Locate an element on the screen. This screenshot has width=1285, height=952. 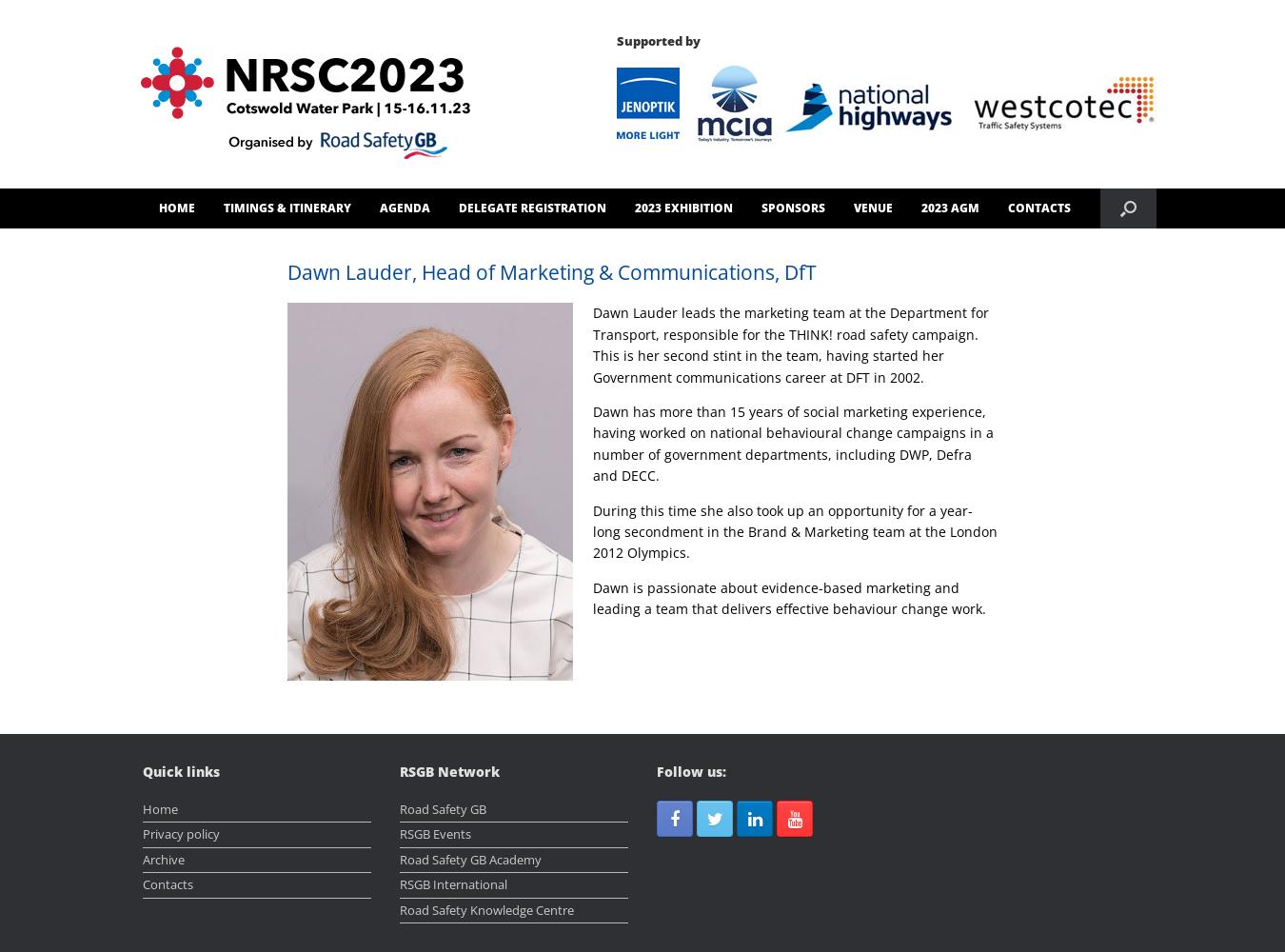
'DELEGATE REGISTRATION' is located at coordinates (530, 207).